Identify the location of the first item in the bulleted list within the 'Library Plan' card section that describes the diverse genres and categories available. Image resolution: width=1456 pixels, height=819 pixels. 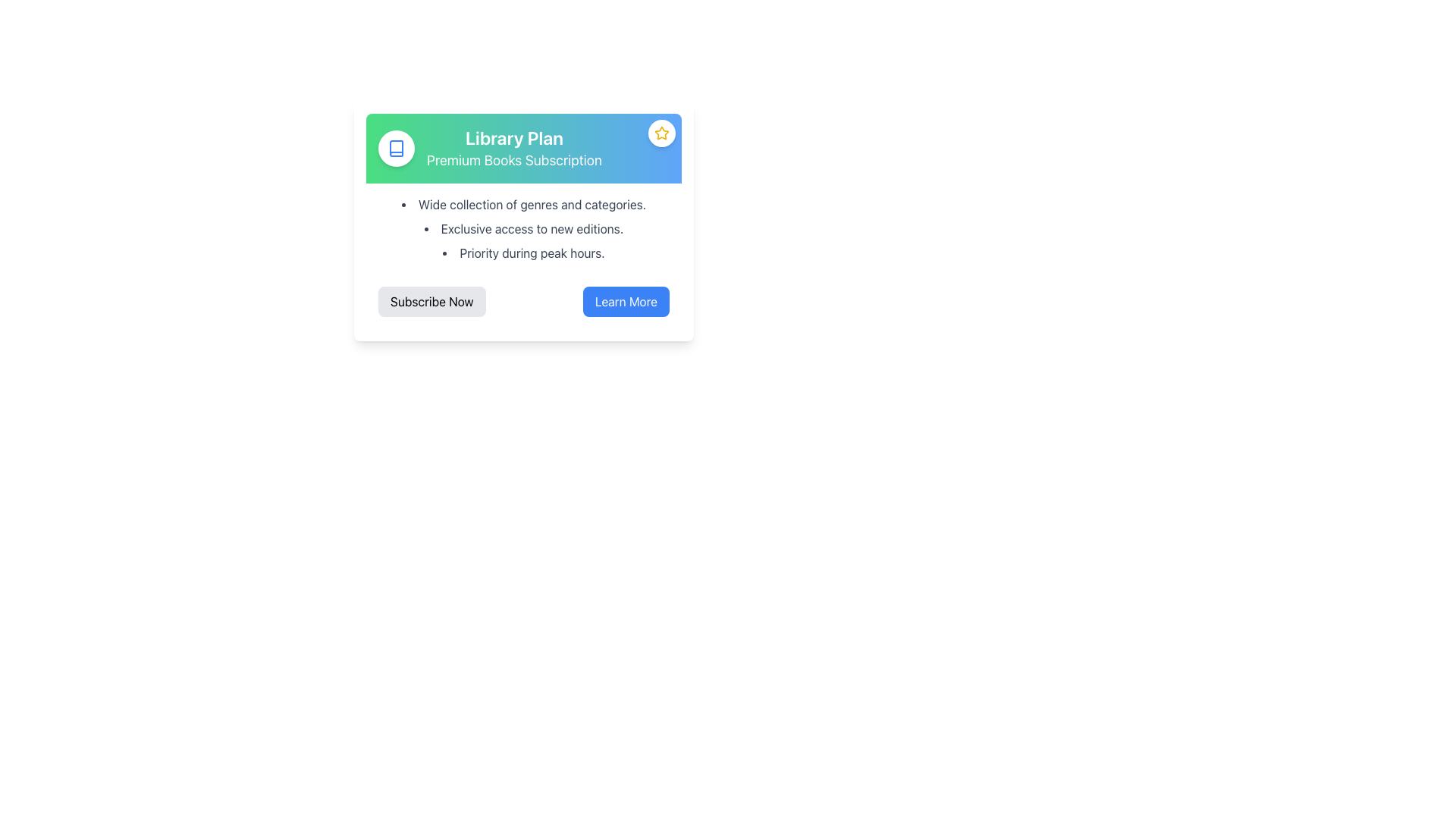
(524, 205).